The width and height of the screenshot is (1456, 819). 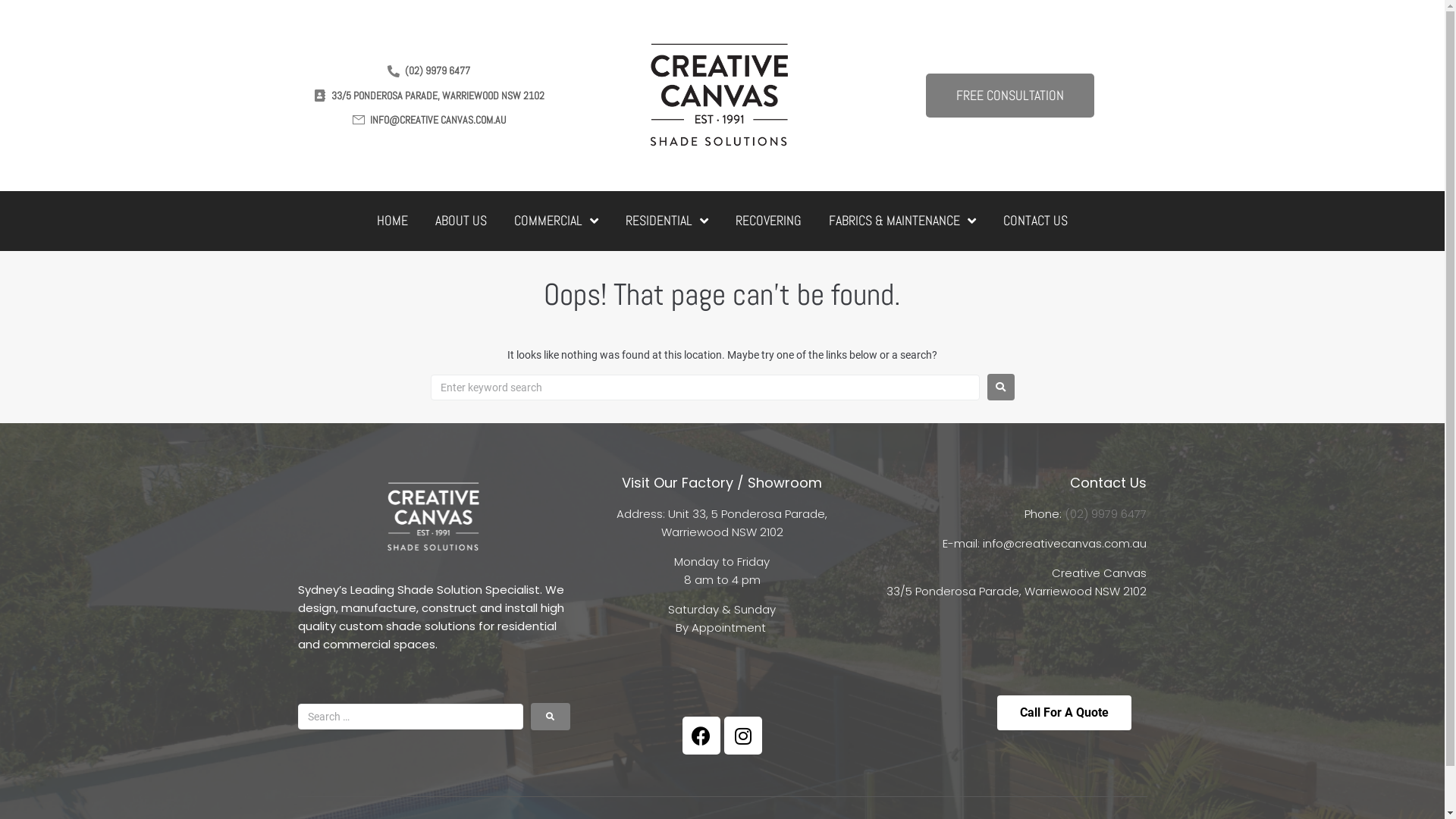 I want to click on 'RESIDENTIAL', so click(x=667, y=221).